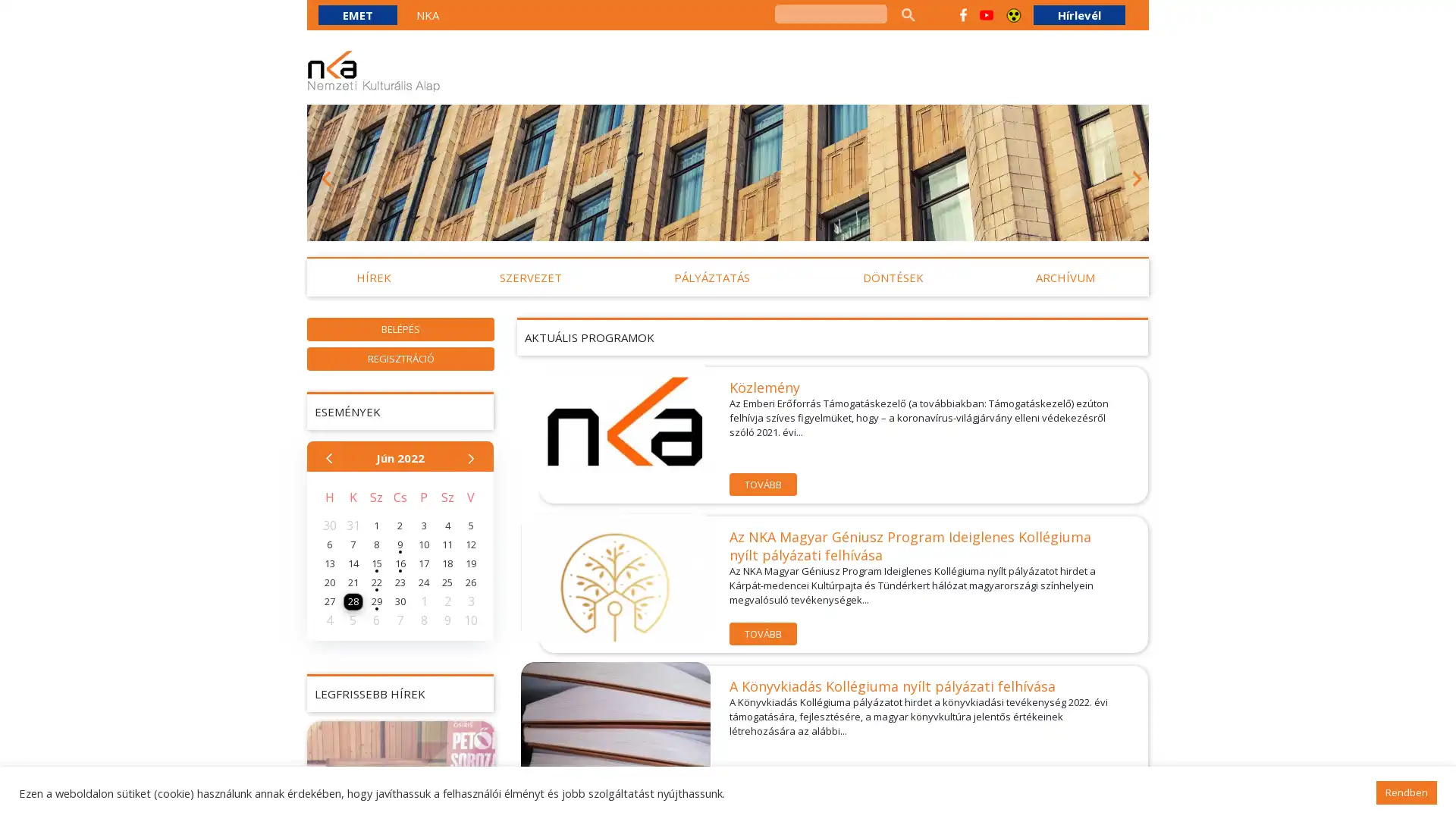 This screenshot has height=819, width=1456. I want to click on SZERVEZET, so click(530, 278).